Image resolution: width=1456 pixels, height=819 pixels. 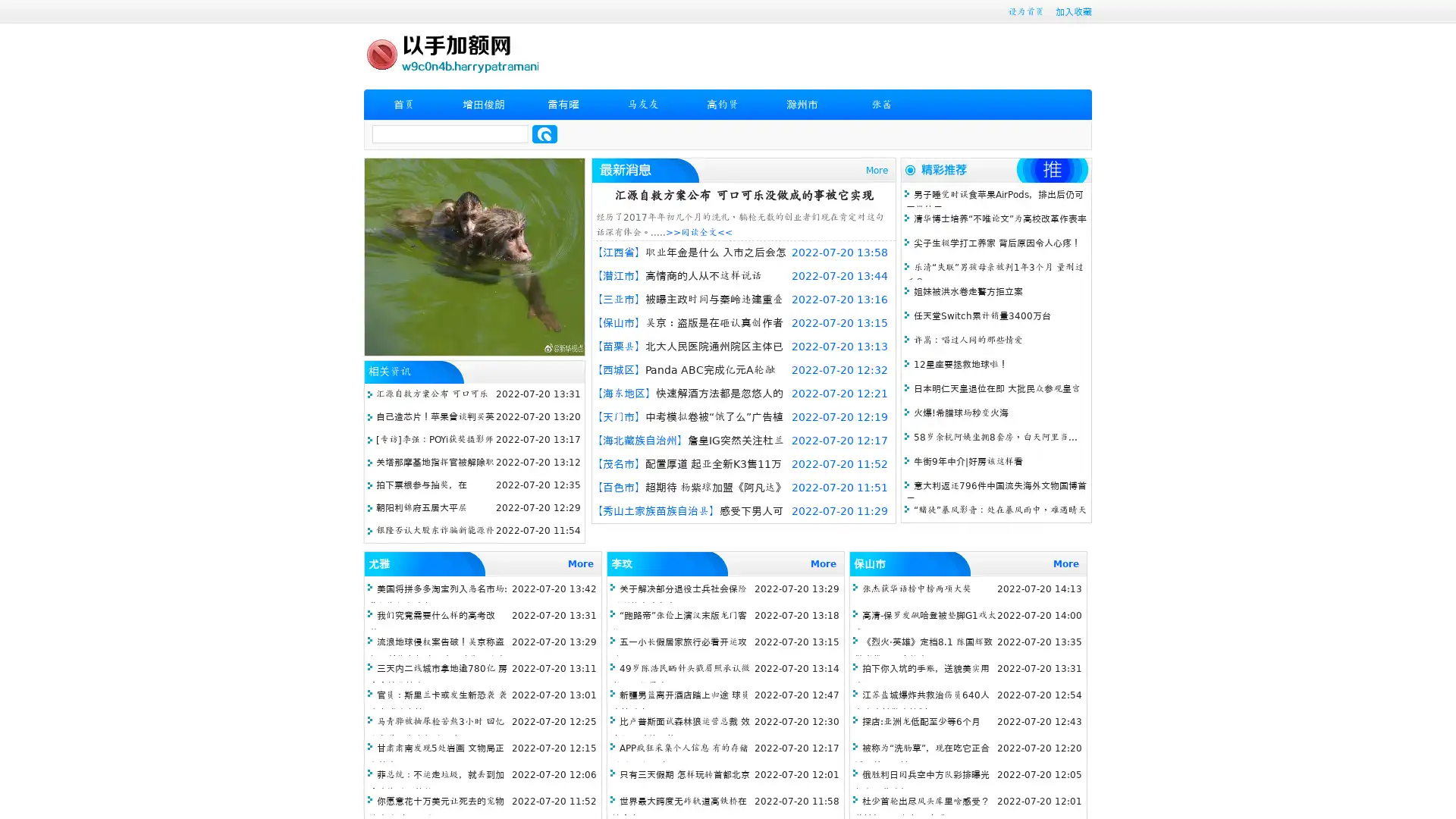 I want to click on Search, so click(x=544, y=133).